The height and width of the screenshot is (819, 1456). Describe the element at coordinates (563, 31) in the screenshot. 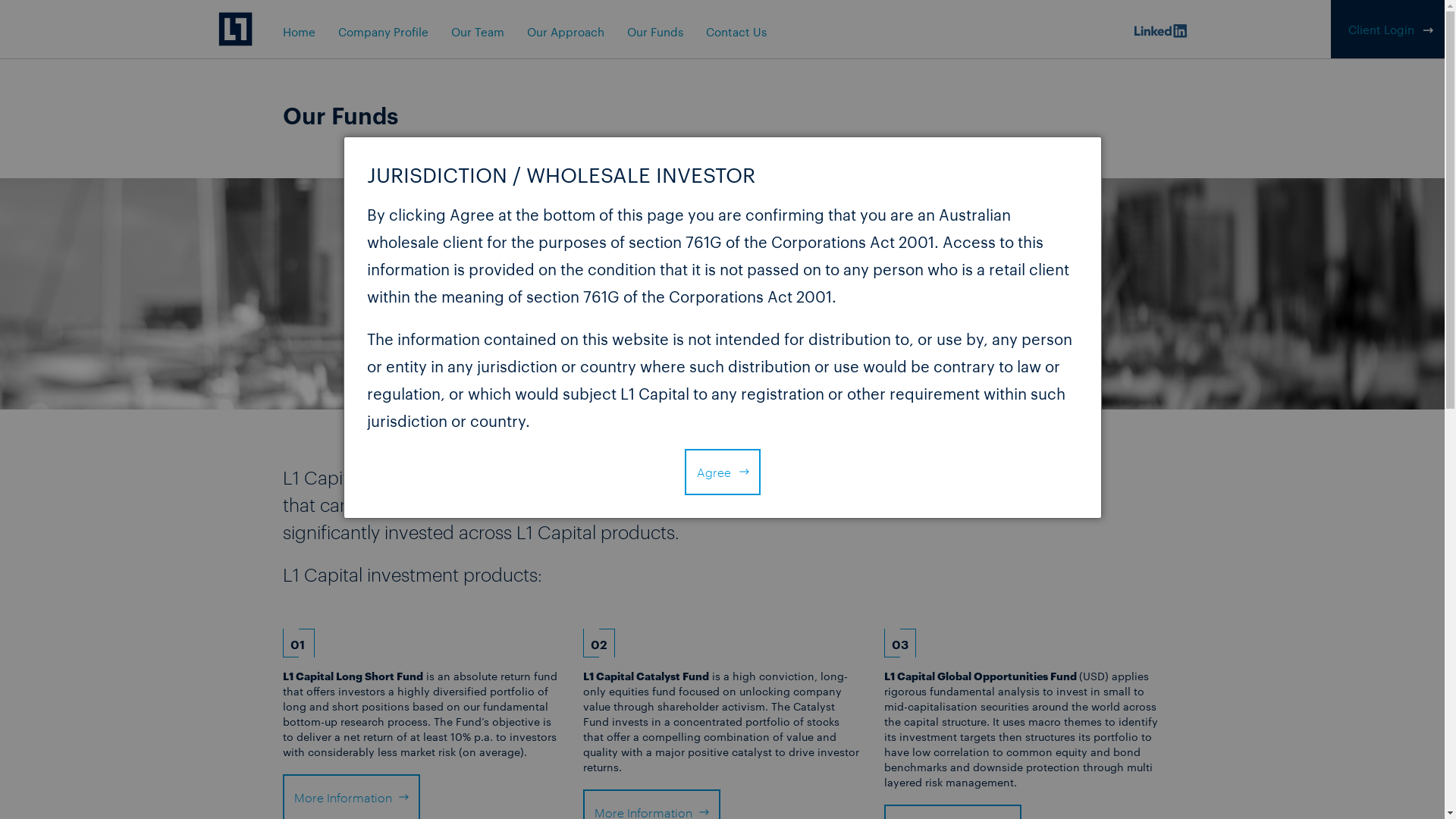

I see `'Our Approach'` at that location.